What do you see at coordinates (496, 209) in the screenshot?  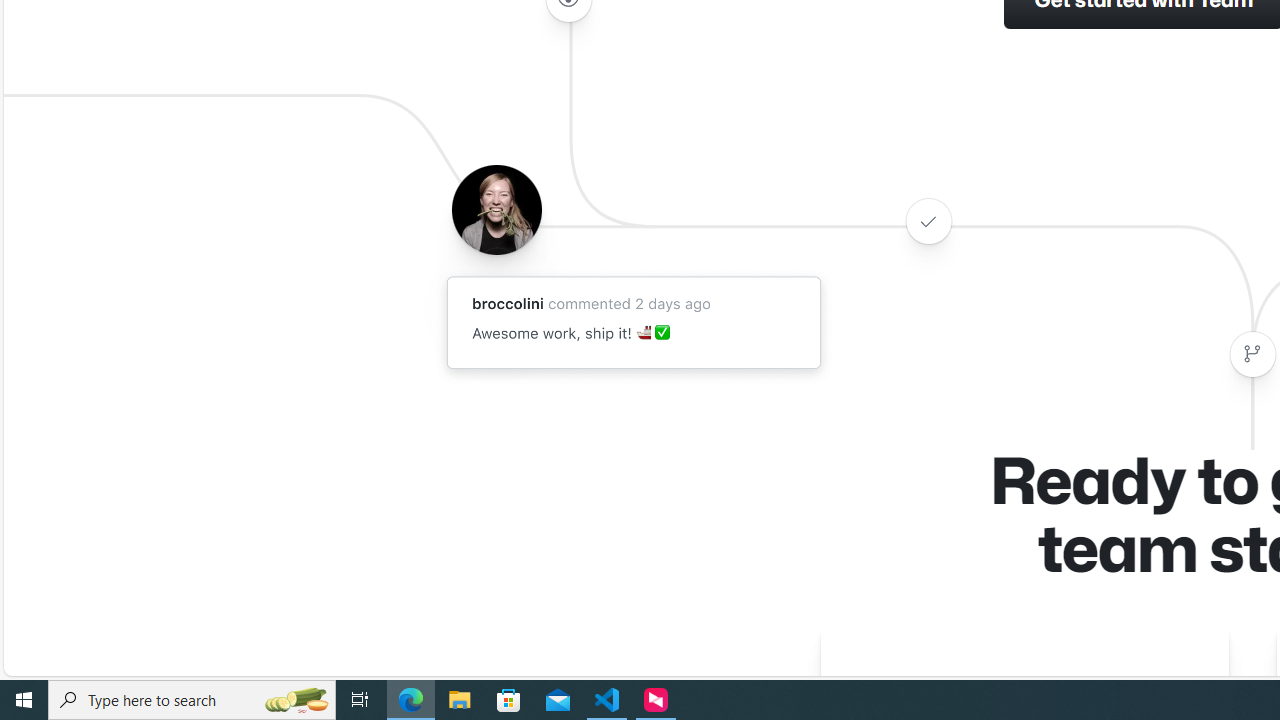 I see `'Avatar of the user broccolini'` at bounding box center [496, 209].